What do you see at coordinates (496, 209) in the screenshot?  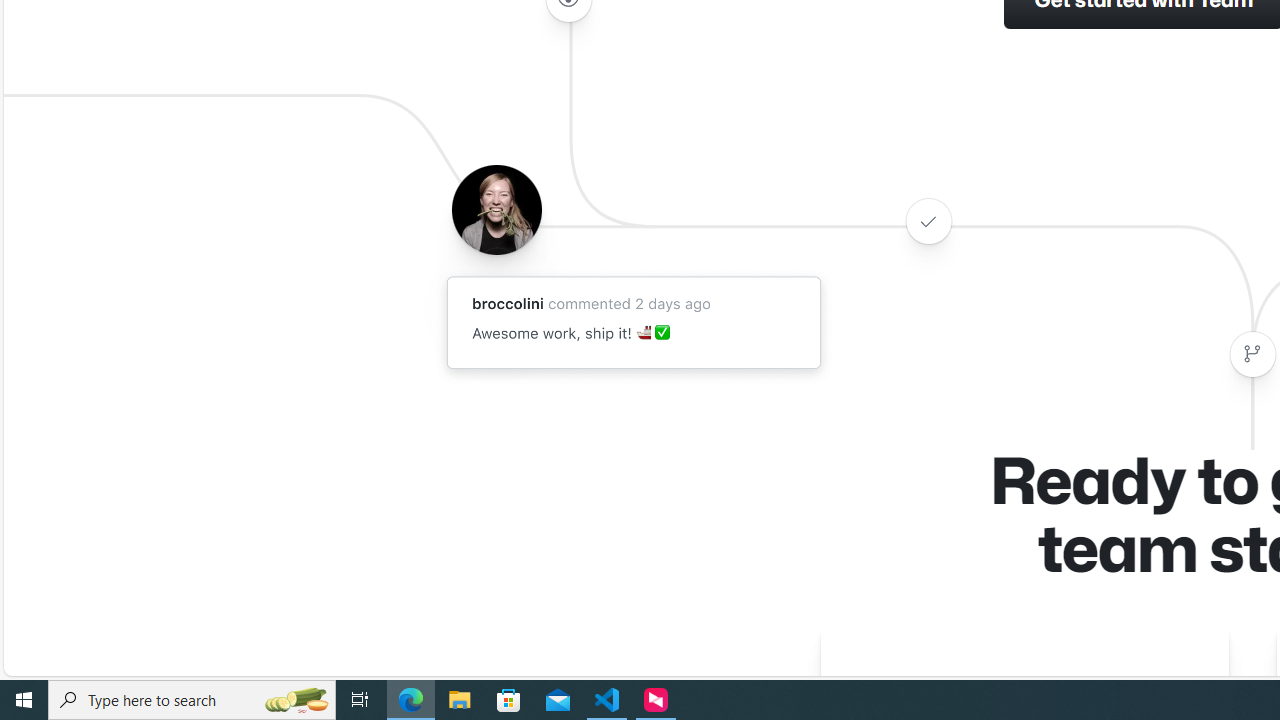 I see `'Avatar of the user broccolini'` at bounding box center [496, 209].